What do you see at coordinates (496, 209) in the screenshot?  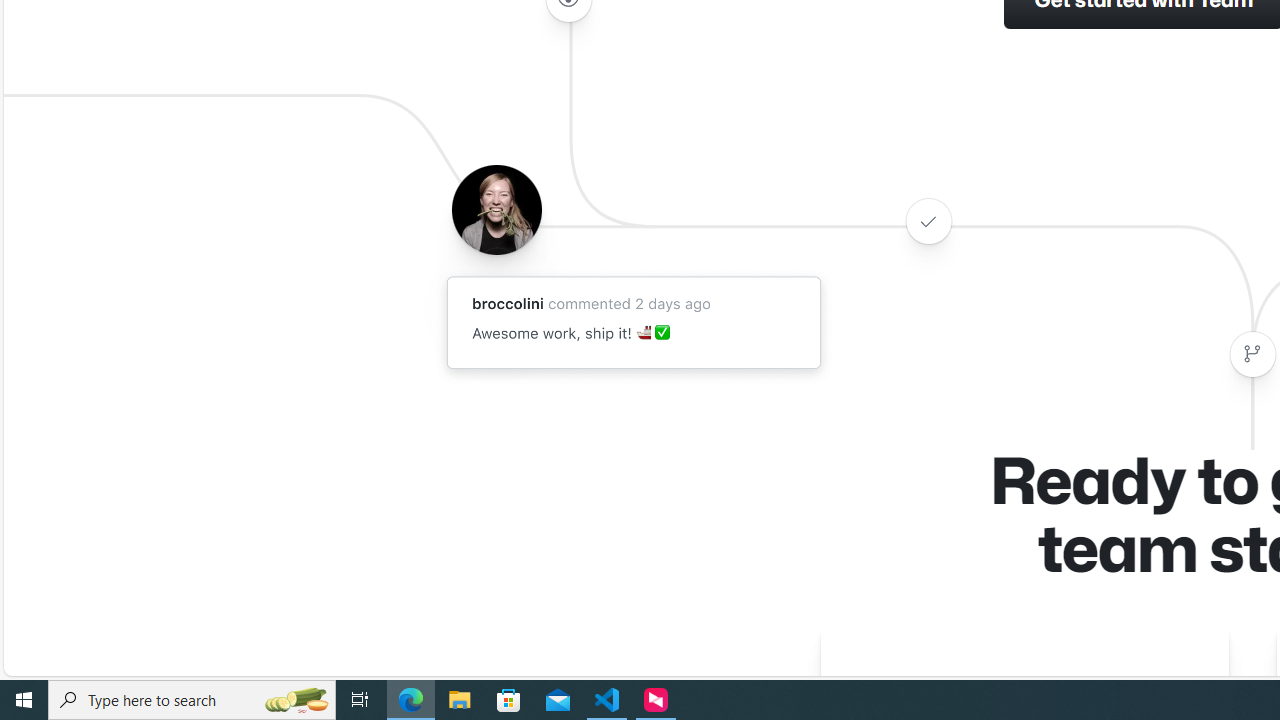 I see `'Avatar of the user broccolini'` at bounding box center [496, 209].